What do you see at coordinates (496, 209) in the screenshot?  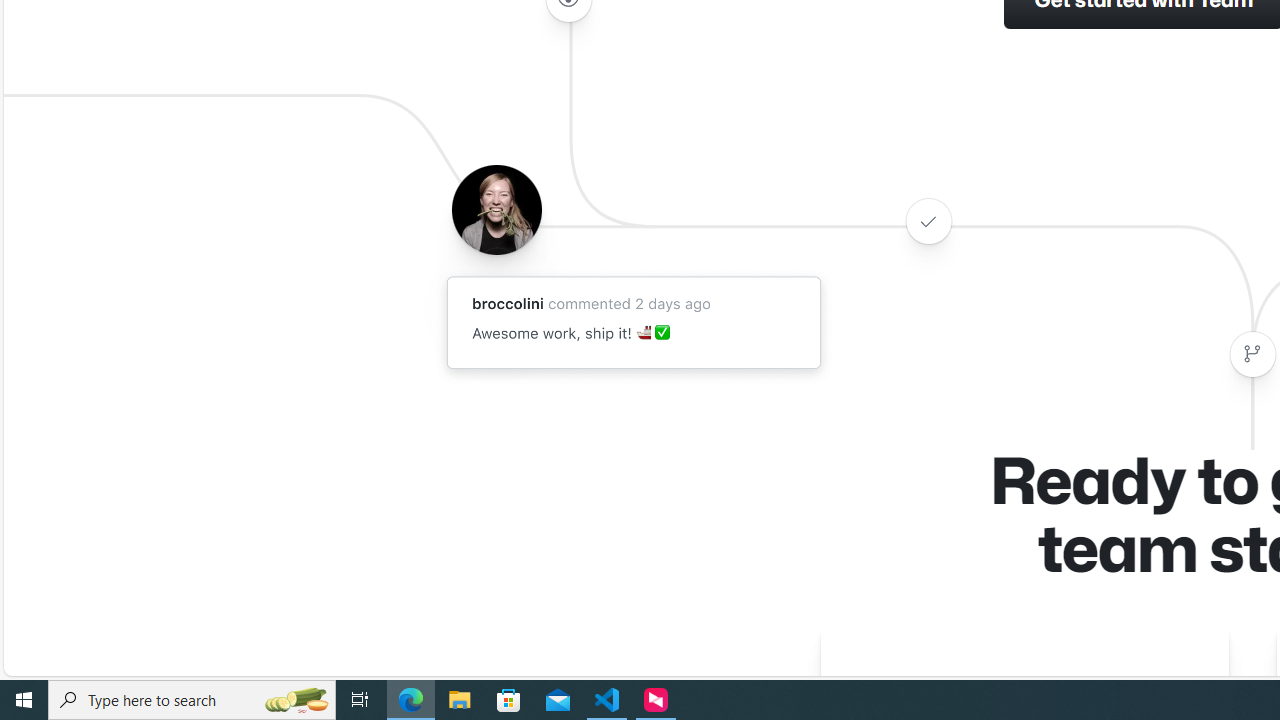 I see `'Avatar of the user broccolini'` at bounding box center [496, 209].